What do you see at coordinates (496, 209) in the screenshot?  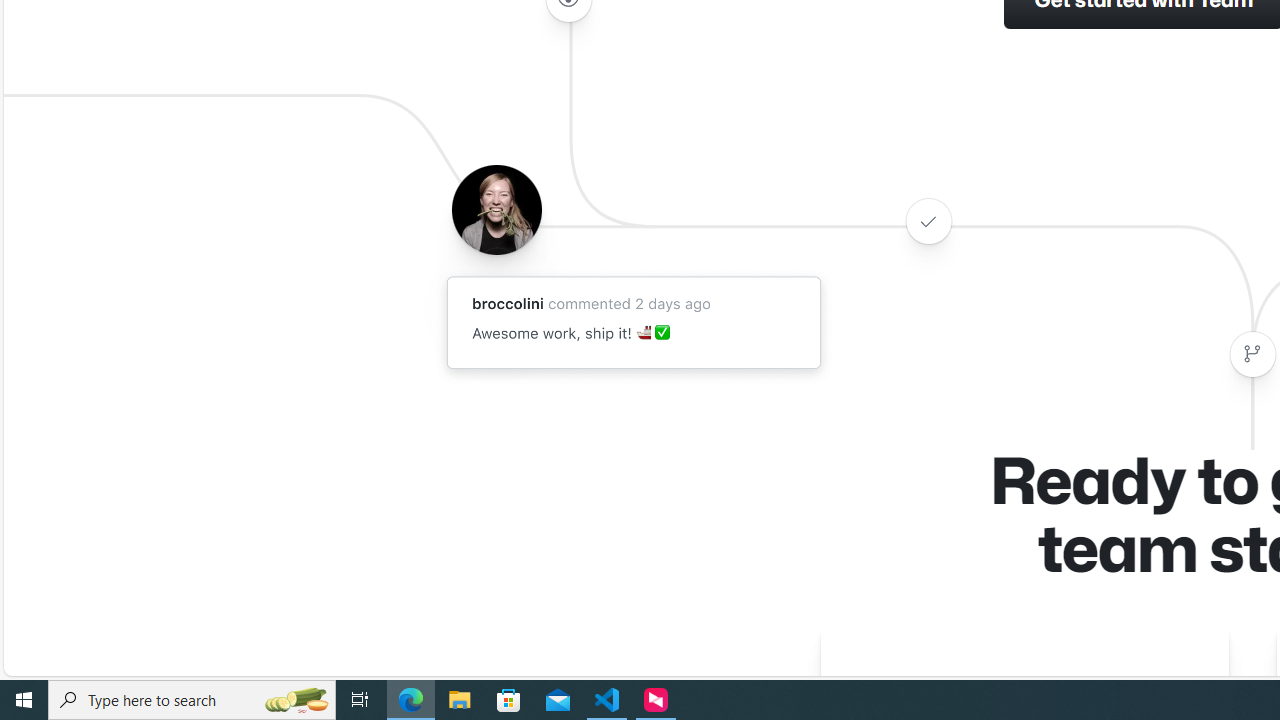 I see `'Avatar of the user broccolini'` at bounding box center [496, 209].